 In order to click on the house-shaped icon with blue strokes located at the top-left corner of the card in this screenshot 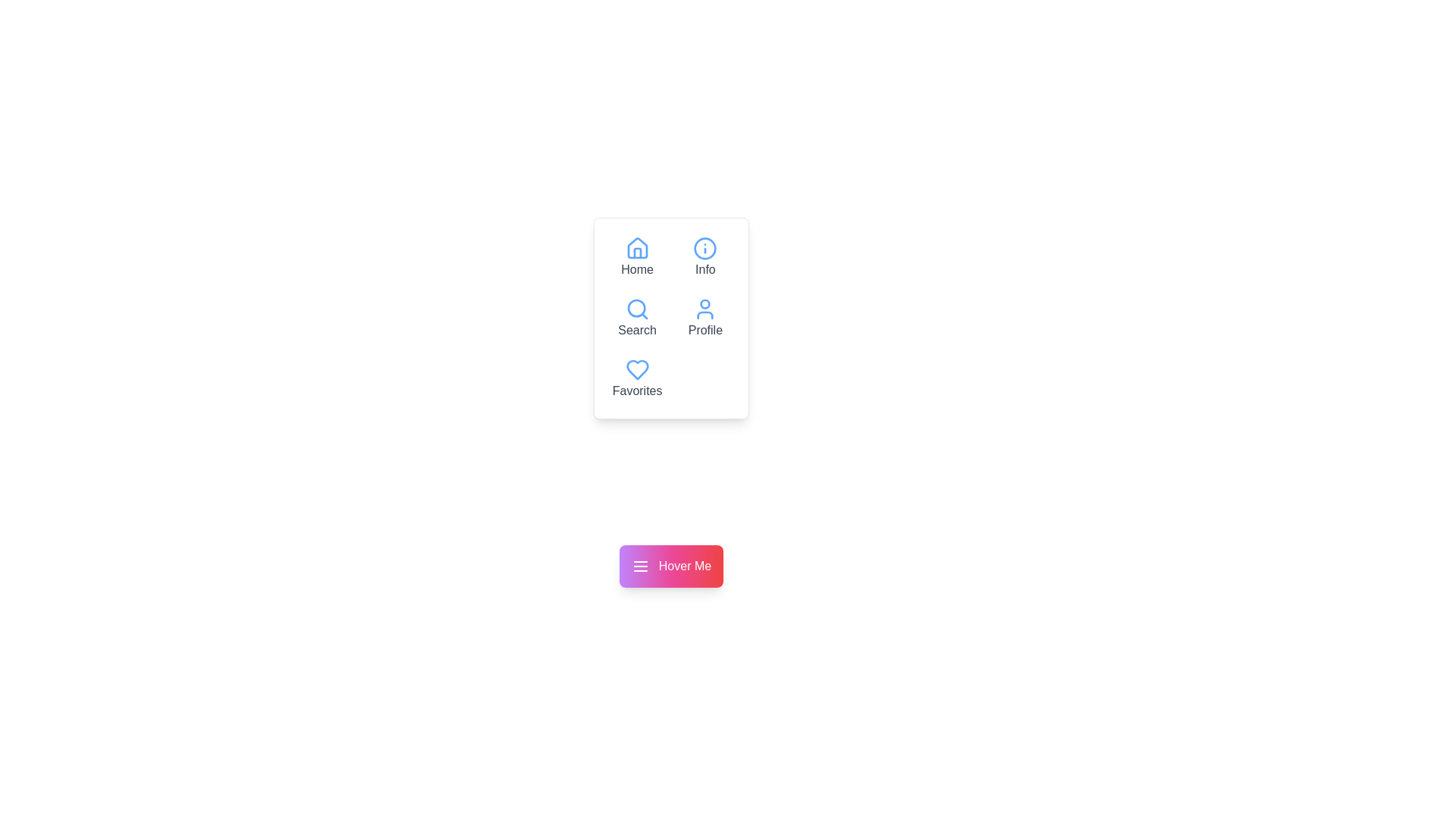, I will do `click(637, 247)`.